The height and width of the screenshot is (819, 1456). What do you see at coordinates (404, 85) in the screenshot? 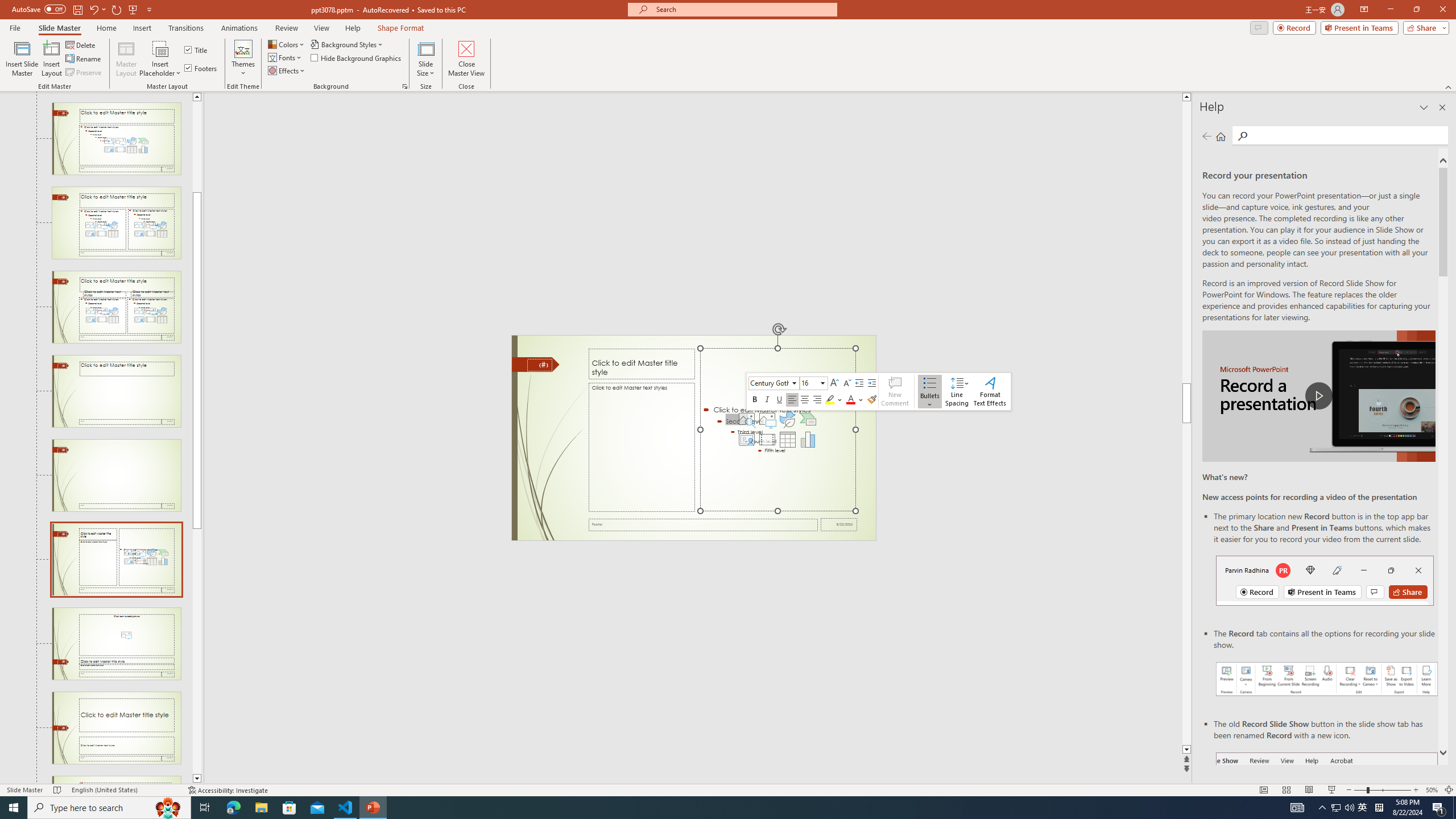
I see `'Format Background...'` at bounding box center [404, 85].